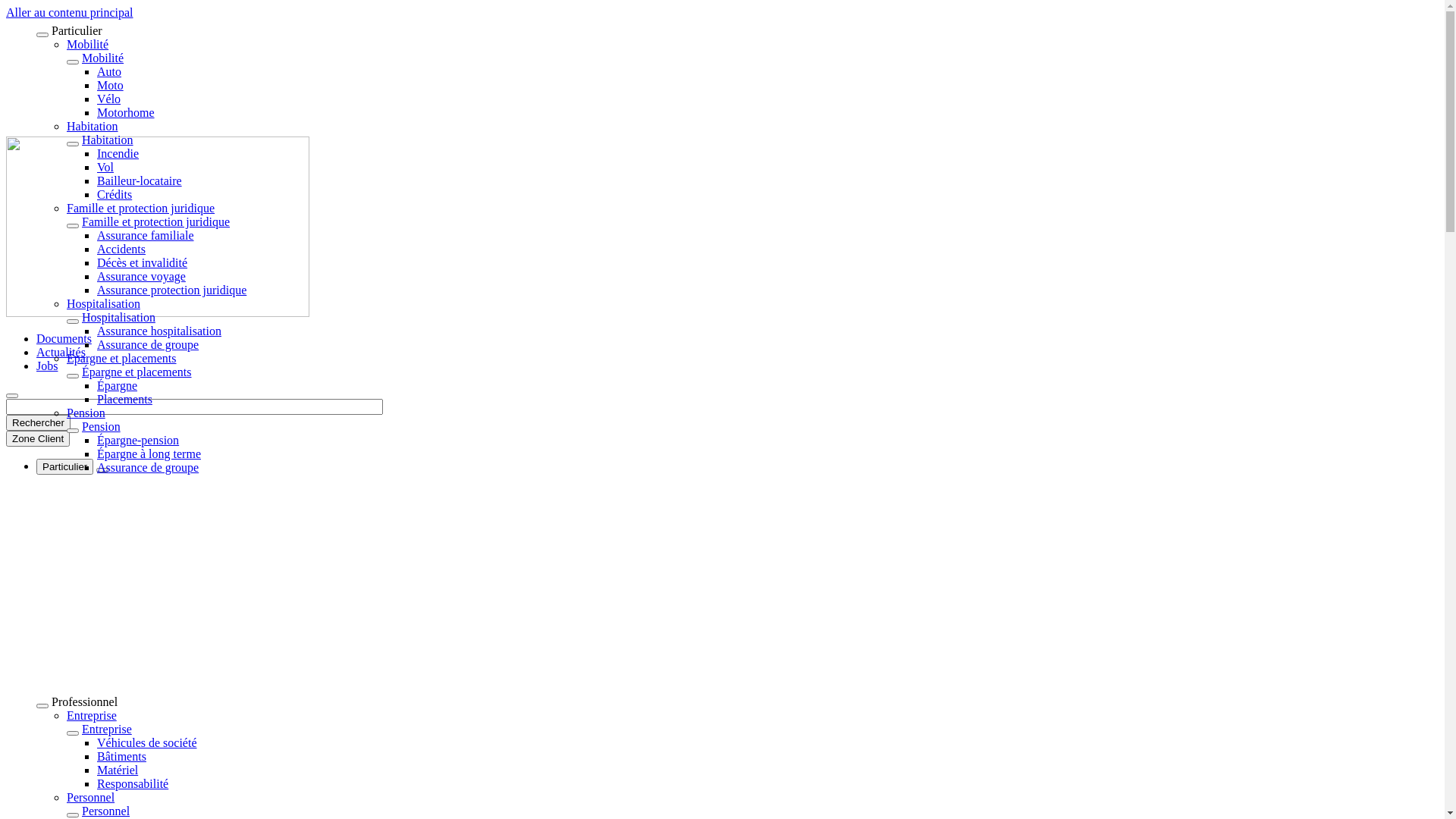 This screenshot has height=819, width=1456. What do you see at coordinates (140, 208) in the screenshot?
I see `'Famille et protection juridique'` at bounding box center [140, 208].